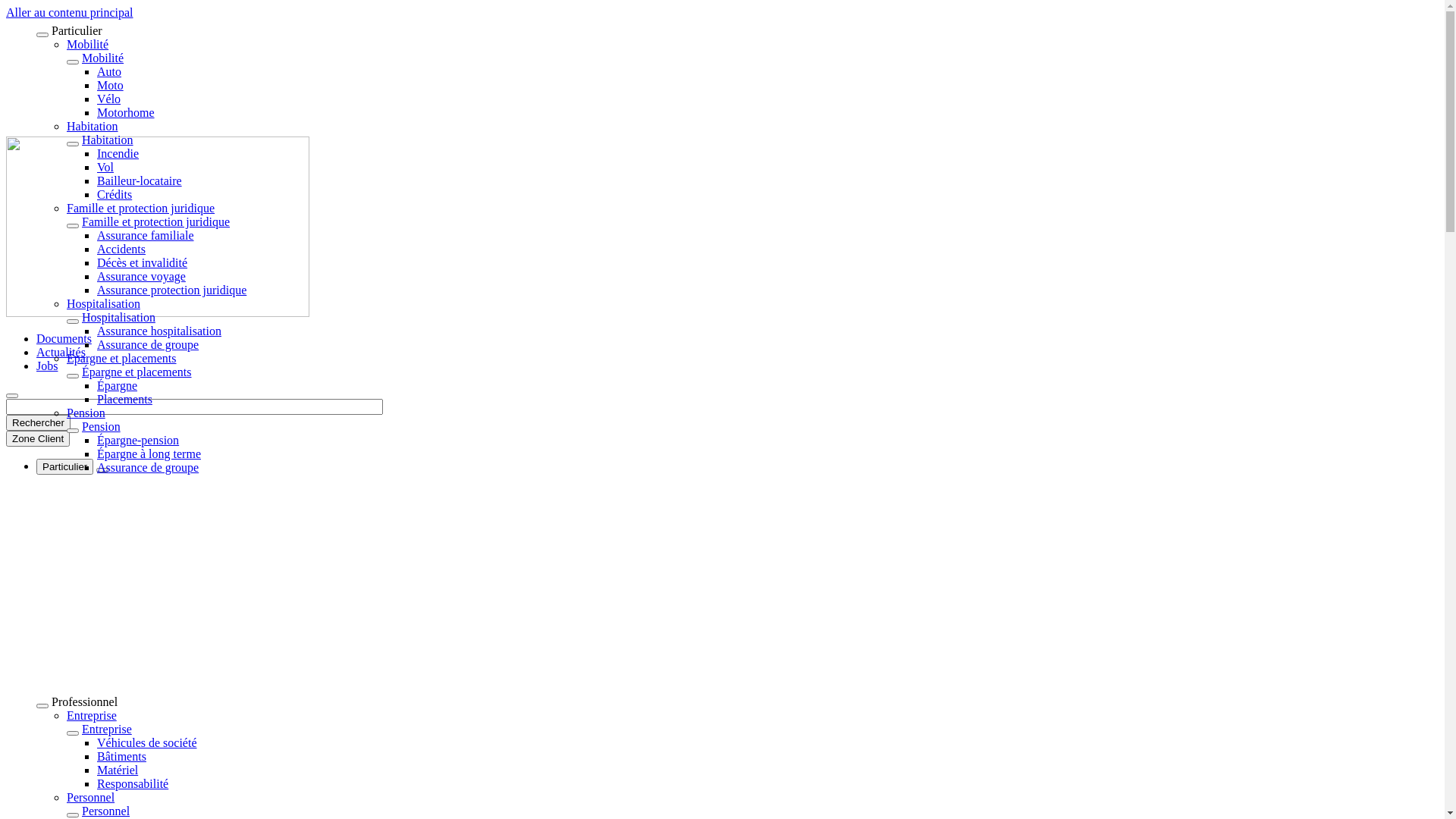 This screenshot has height=819, width=1456. What do you see at coordinates (140, 208) in the screenshot?
I see `'Famille et protection juridique'` at bounding box center [140, 208].